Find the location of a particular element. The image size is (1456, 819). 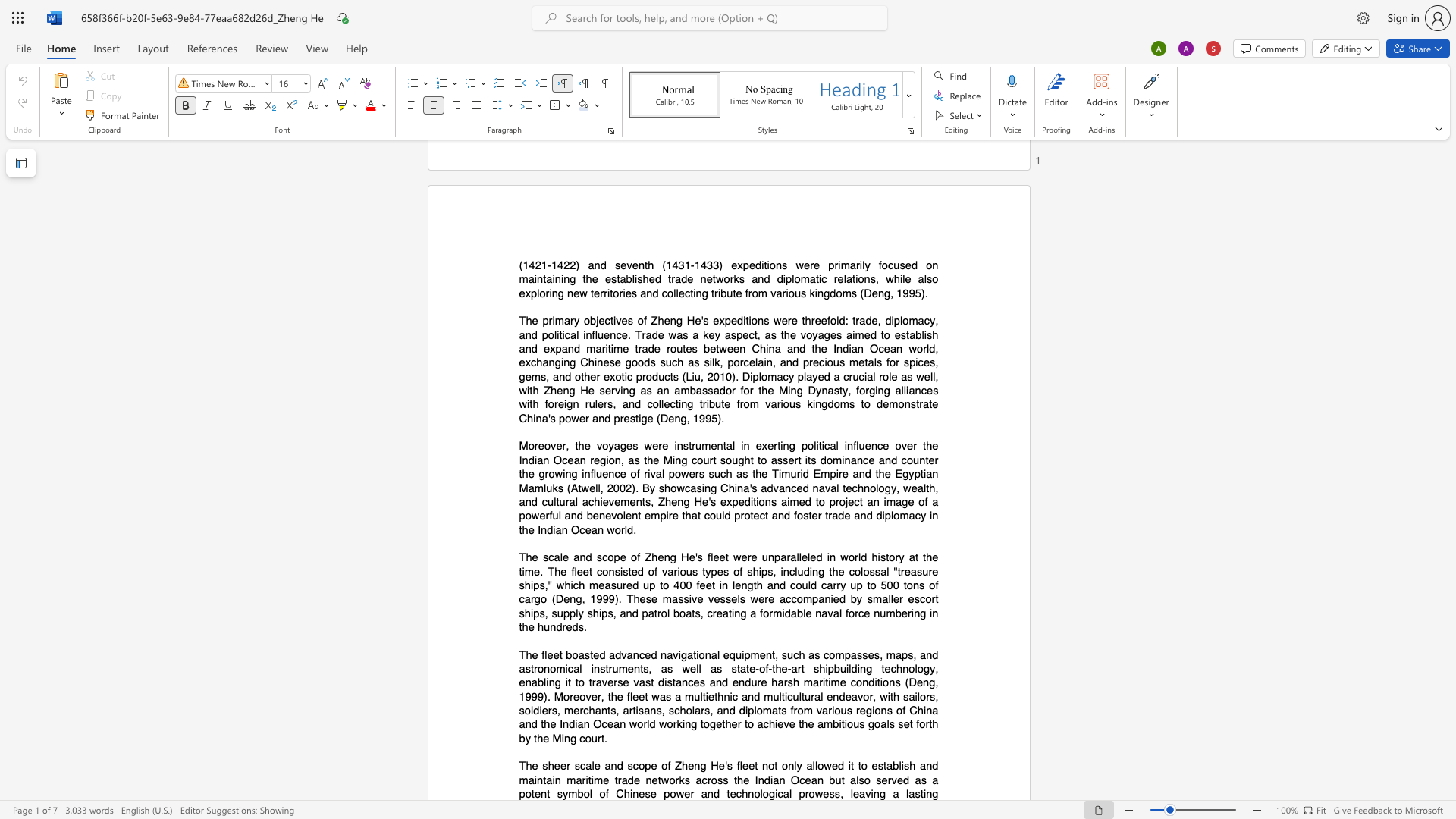

the subset text "aving" within the text "and maintain maritime trade networks across the Indian Ocean but also served as a potent symbol of Chinese power and technological prowess, leaving" is located at coordinates (858, 793).